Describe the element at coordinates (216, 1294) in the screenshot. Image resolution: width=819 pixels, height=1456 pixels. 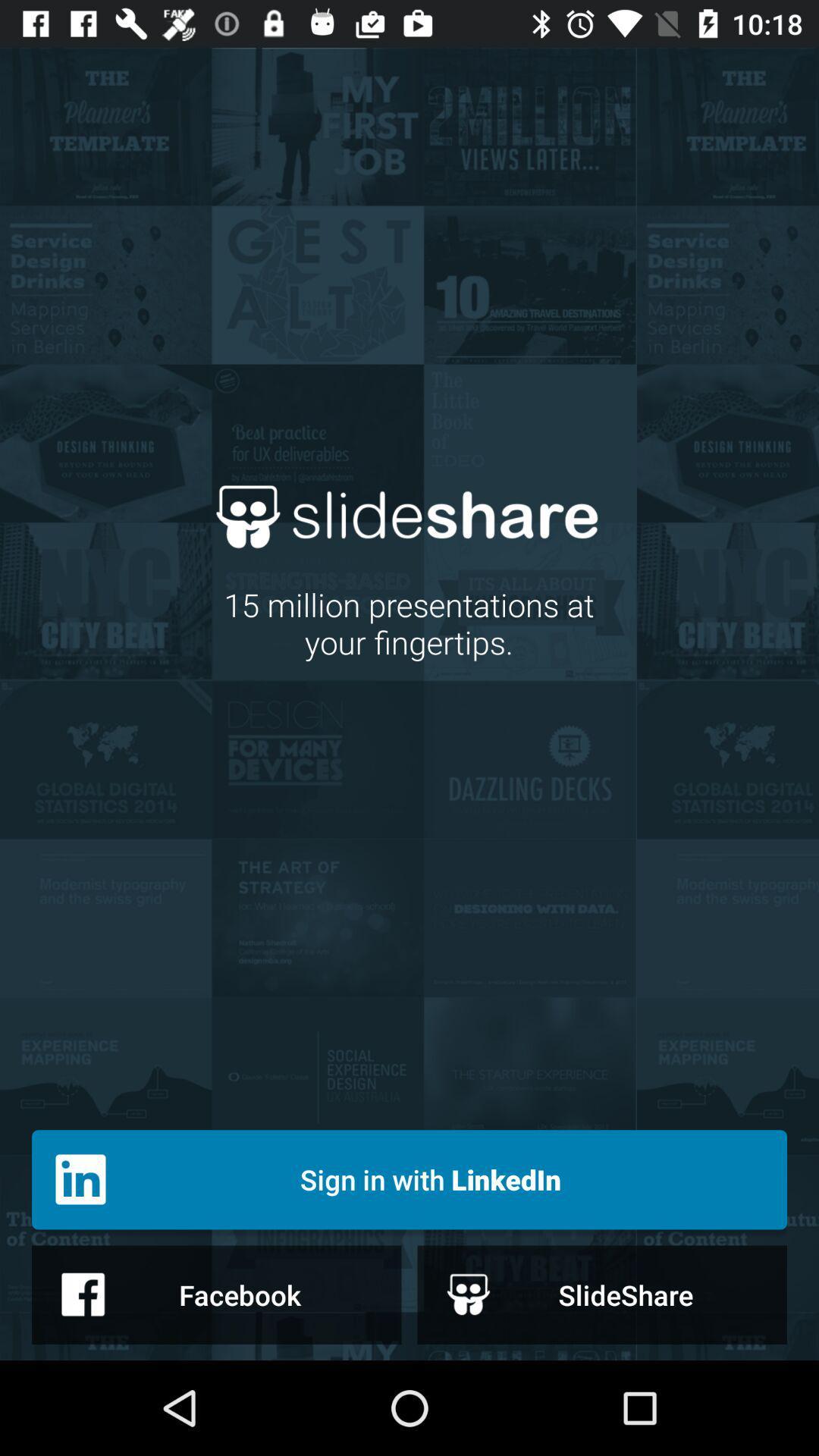
I see `icon at the bottom left corner` at that location.